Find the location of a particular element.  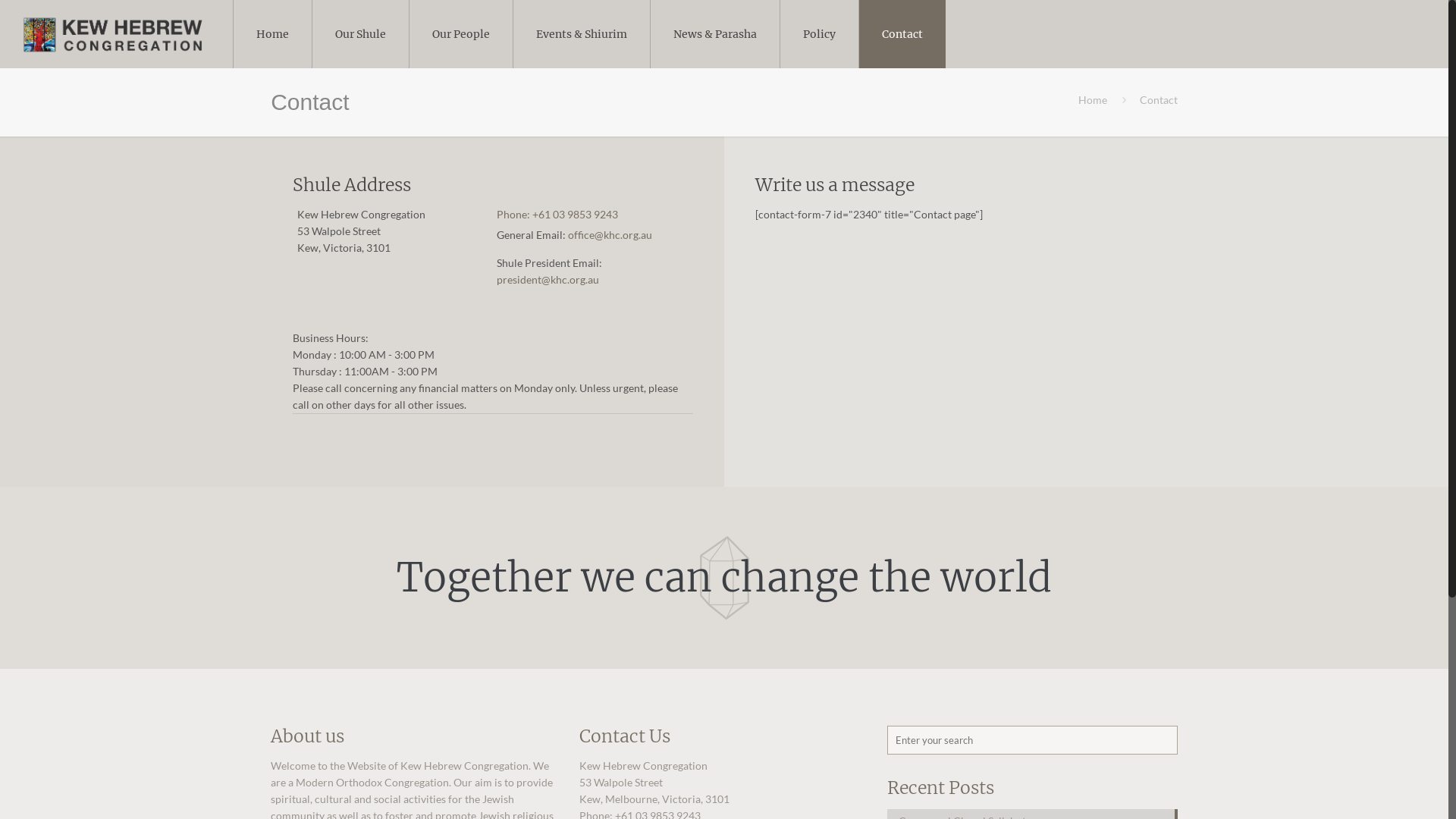

'Policy' is located at coordinates (818, 34).